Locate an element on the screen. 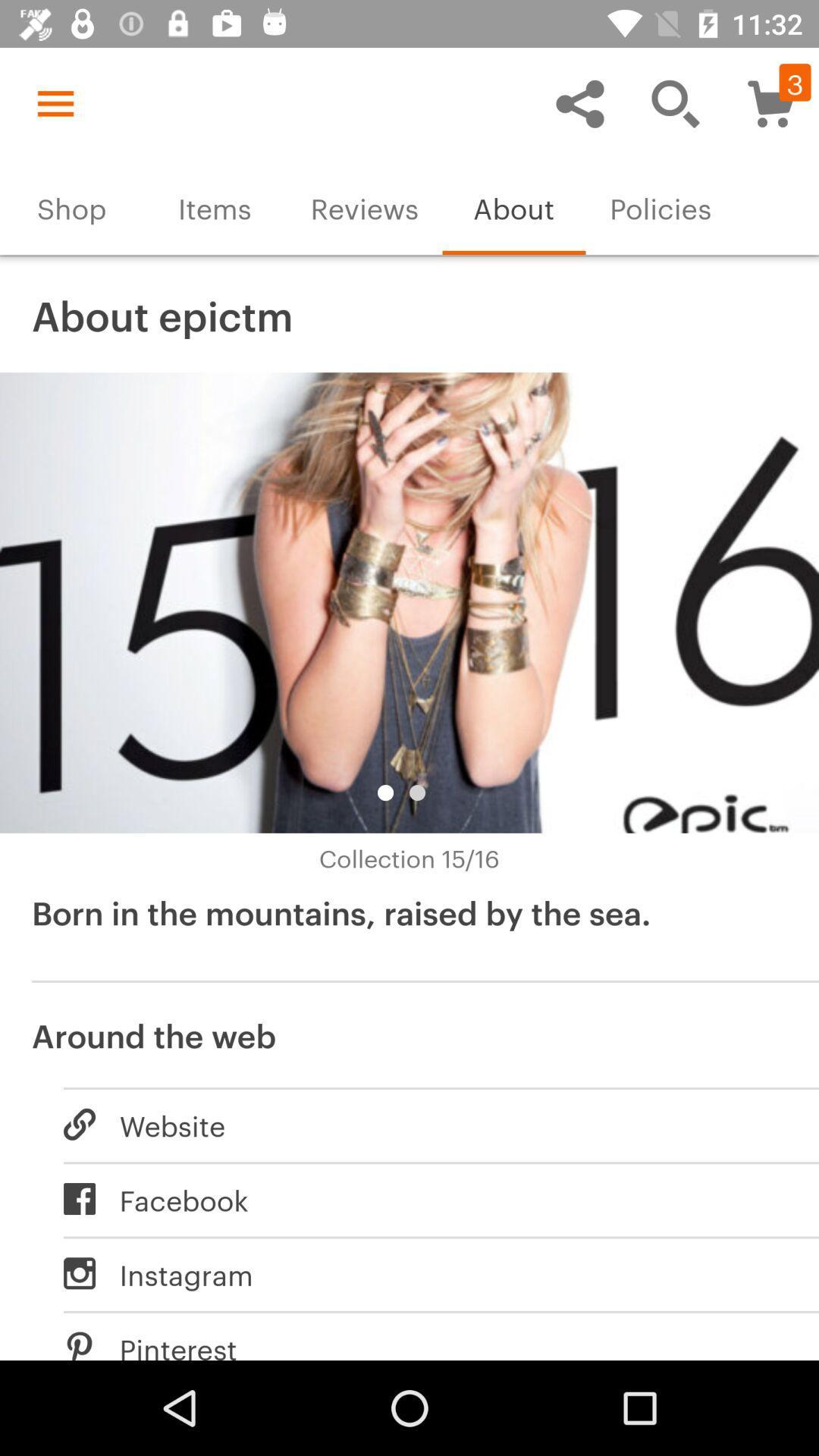 The width and height of the screenshot is (819, 1456). the instagram item is located at coordinates (425, 1273).